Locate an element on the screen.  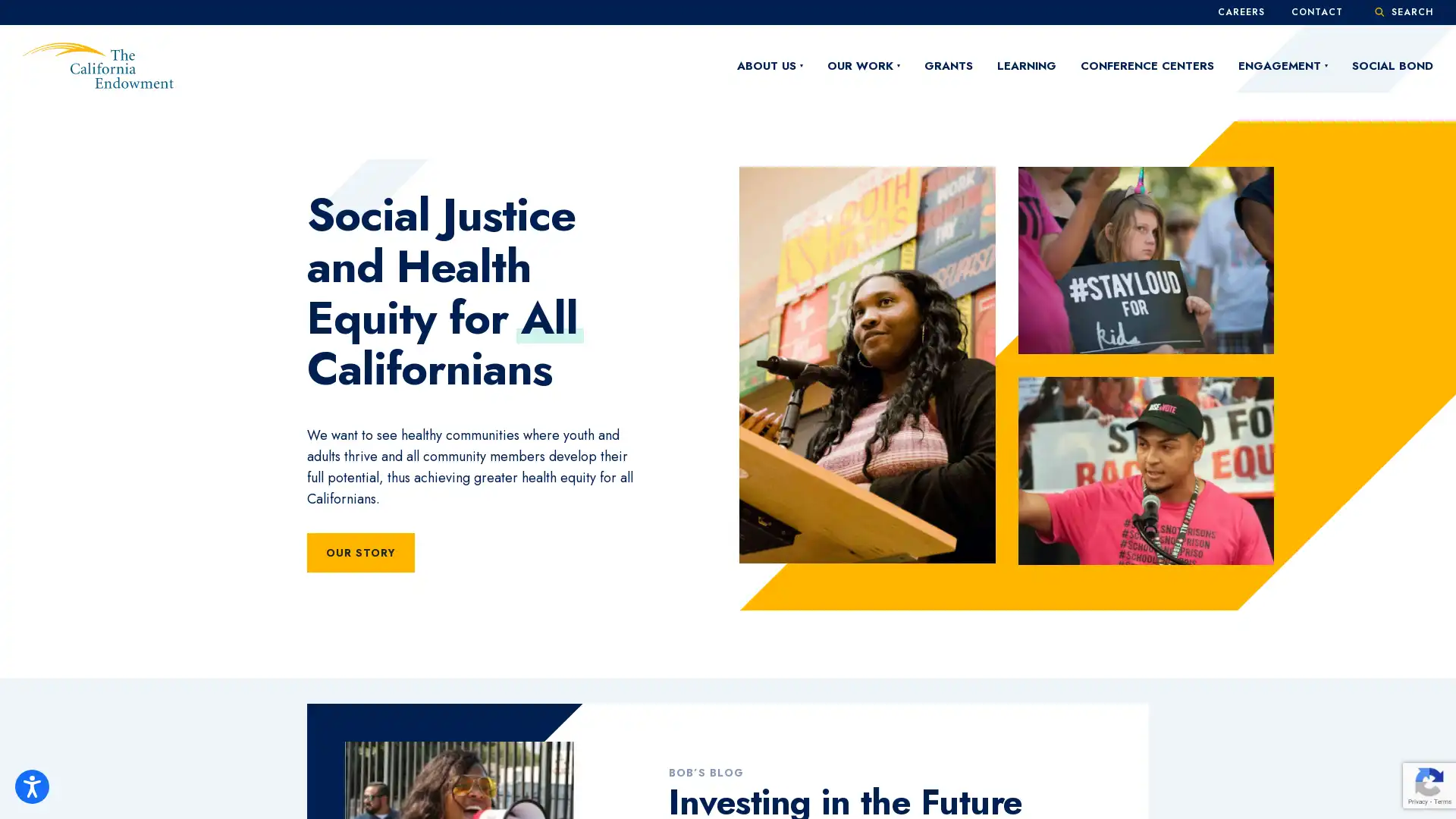
Open accessibility options, statement and help is located at coordinates (32, 786).